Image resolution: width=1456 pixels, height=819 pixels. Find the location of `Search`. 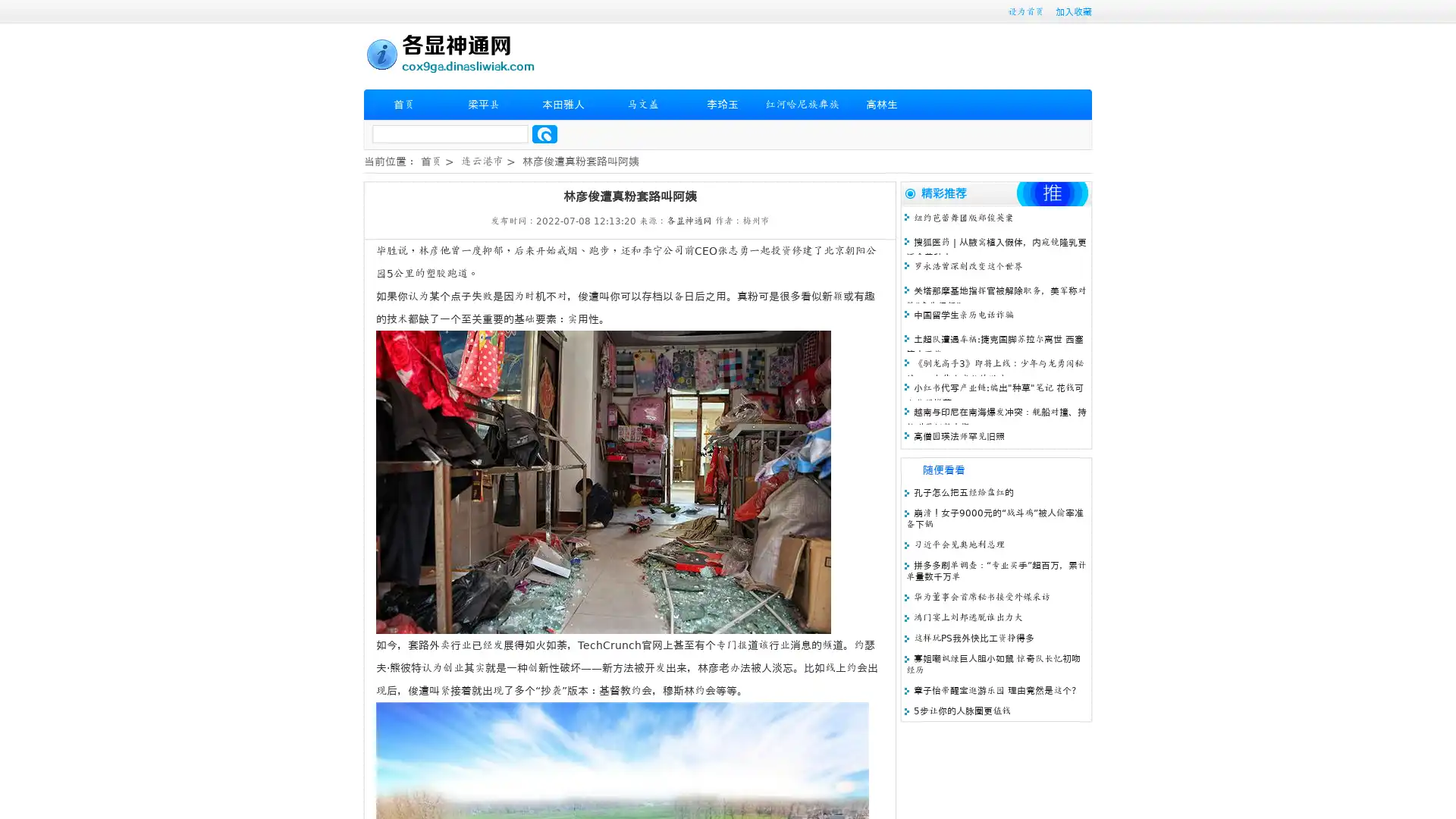

Search is located at coordinates (544, 133).